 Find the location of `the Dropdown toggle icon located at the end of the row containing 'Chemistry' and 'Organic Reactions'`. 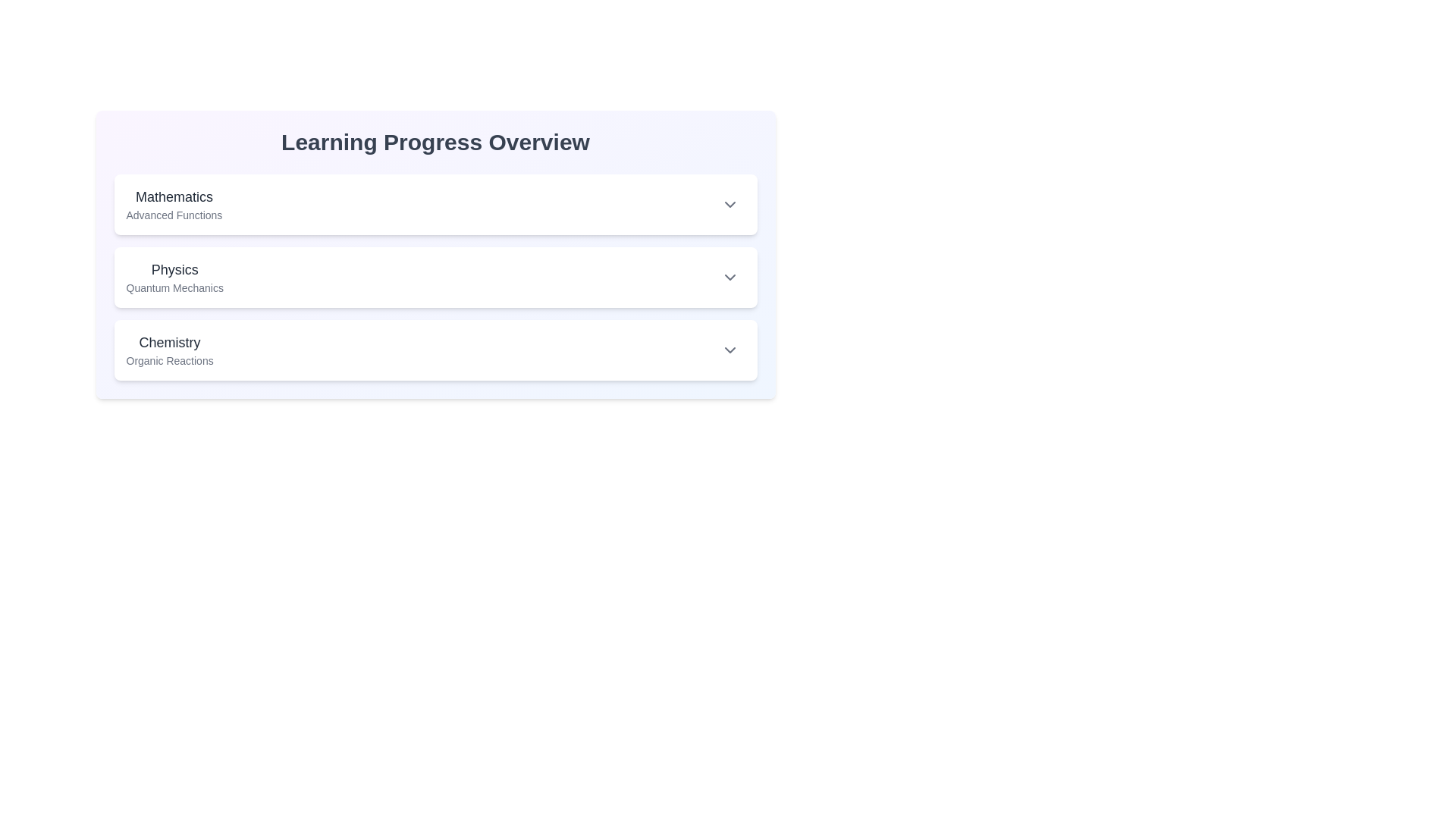

the Dropdown toggle icon located at the end of the row containing 'Chemistry' and 'Organic Reactions' is located at coordinates (730, 350).